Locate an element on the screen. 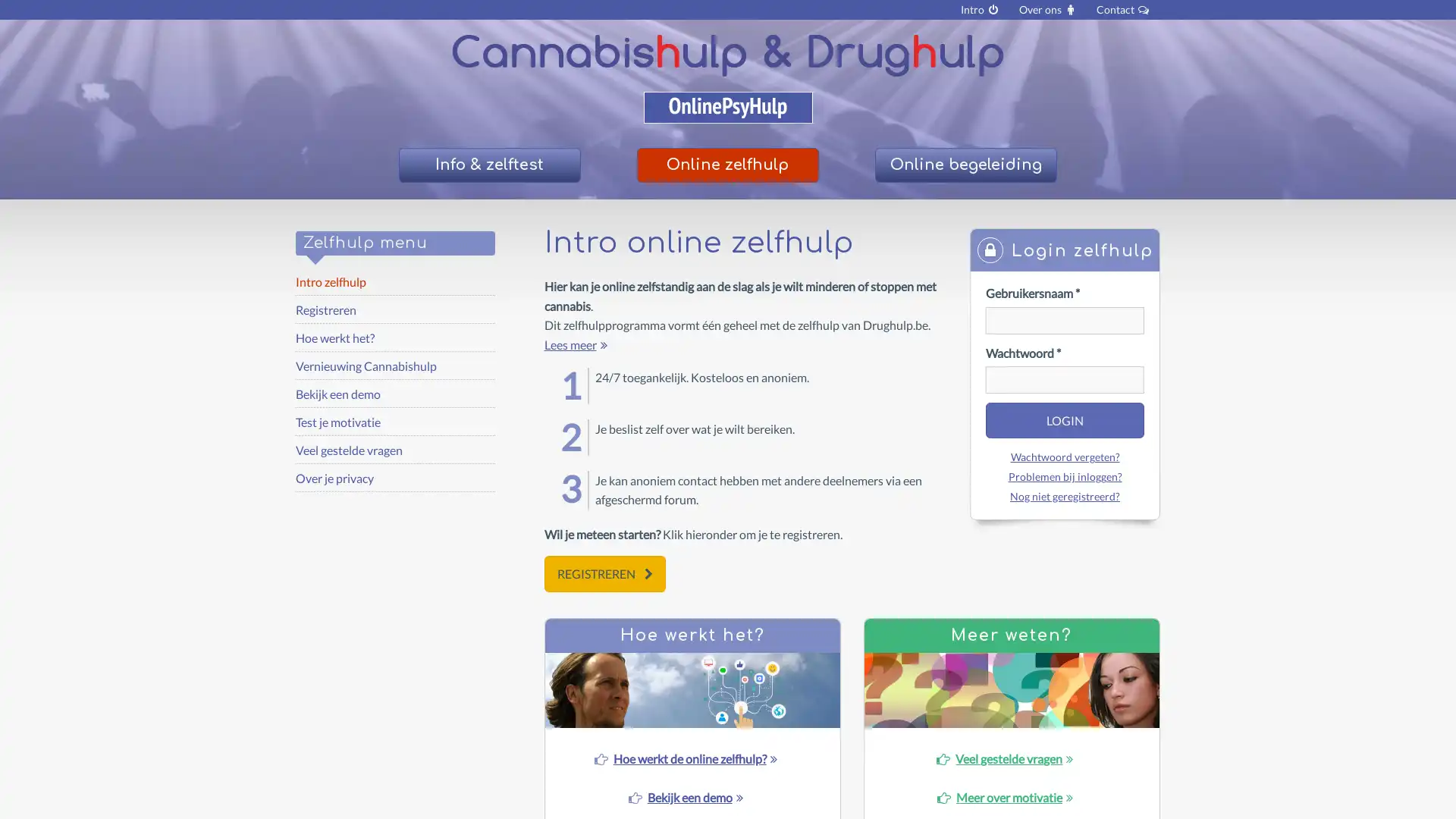 The height and width of the screenshot is (819, 1456). Online zelfhulp is located at coordinates (726, 166).